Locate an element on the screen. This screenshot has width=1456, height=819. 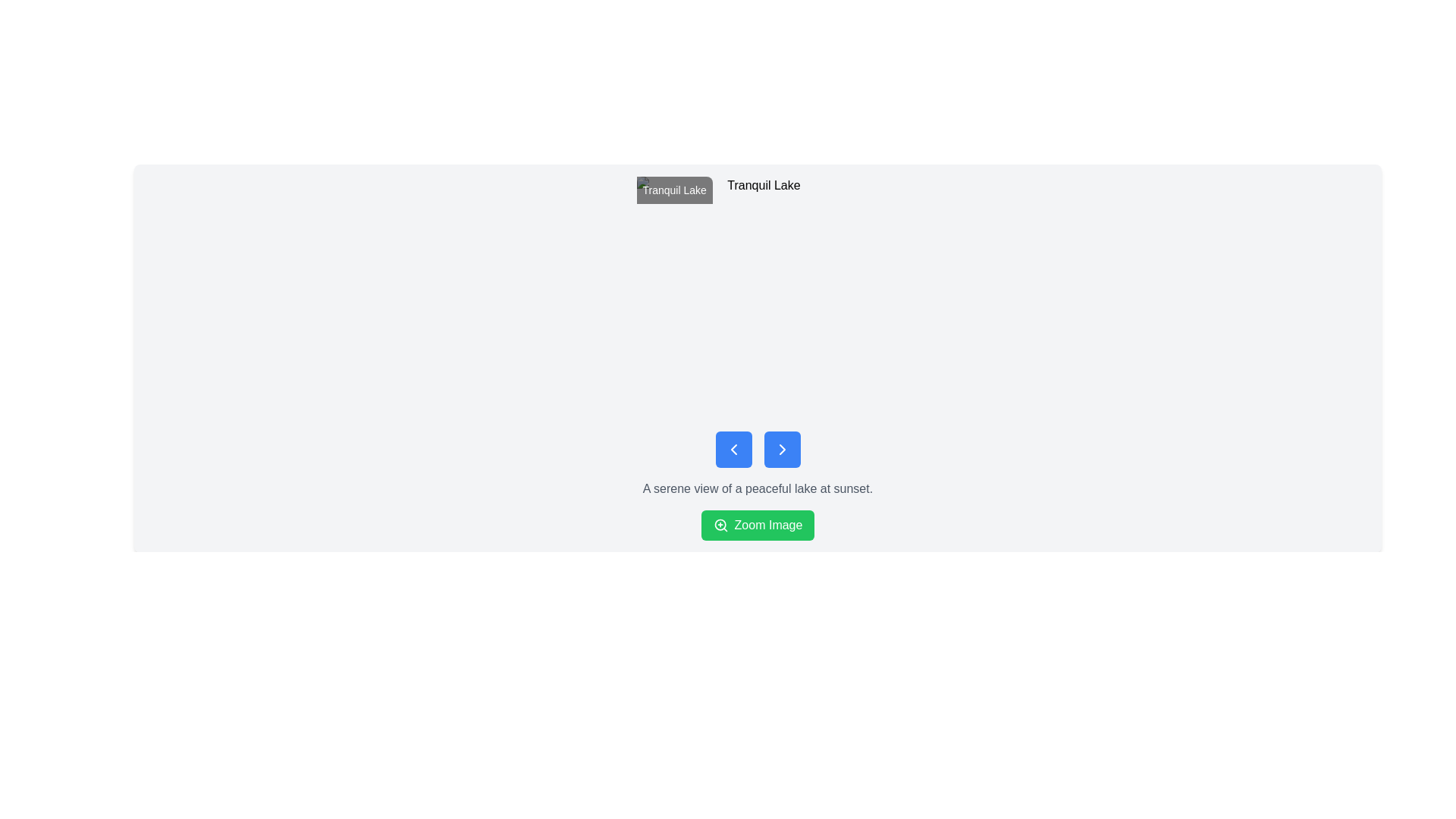
the blue rectangular button with a white left-pointing arrow is located at coordinates (733, 449).